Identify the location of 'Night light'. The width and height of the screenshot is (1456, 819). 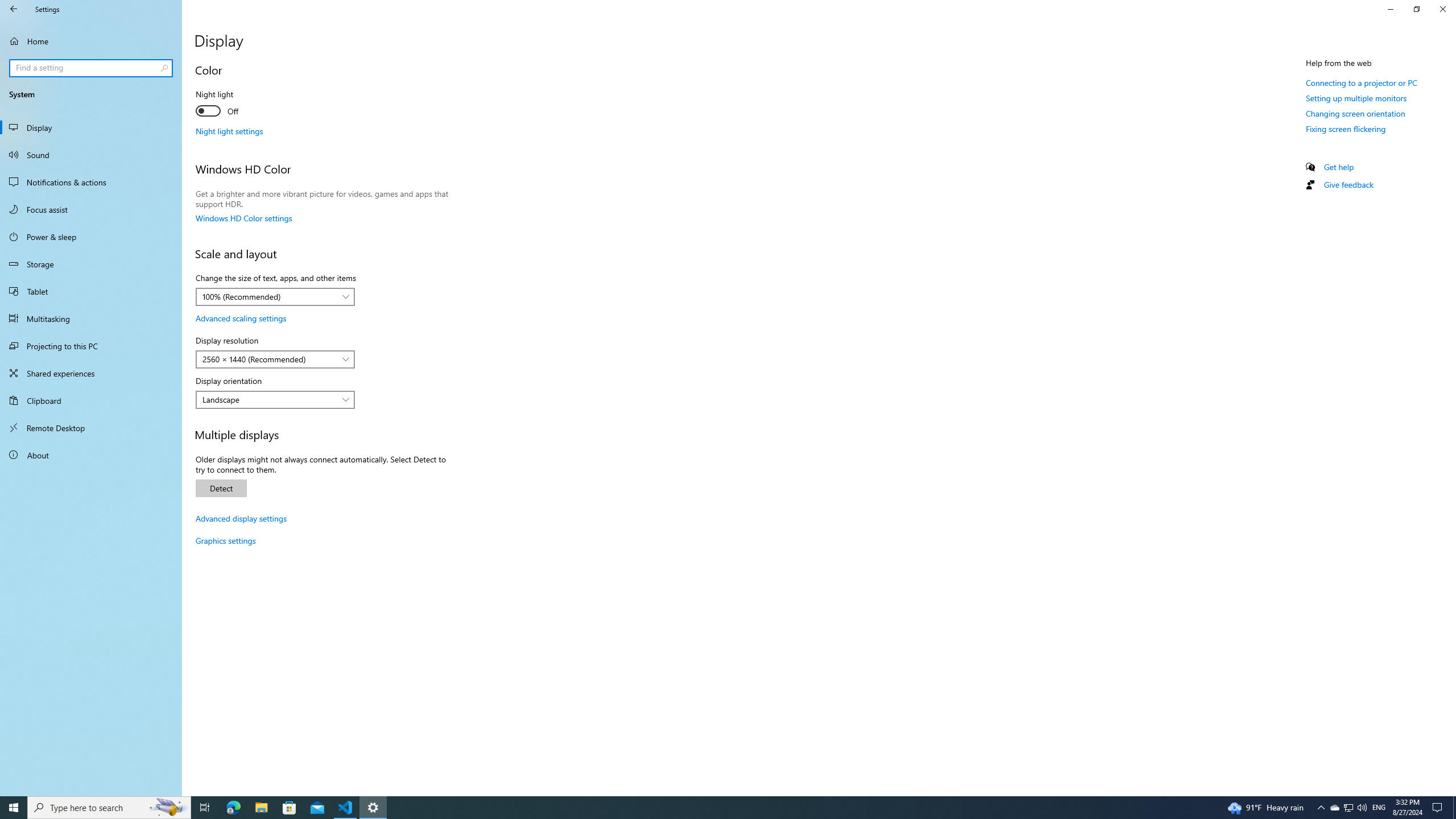
(237, 104).